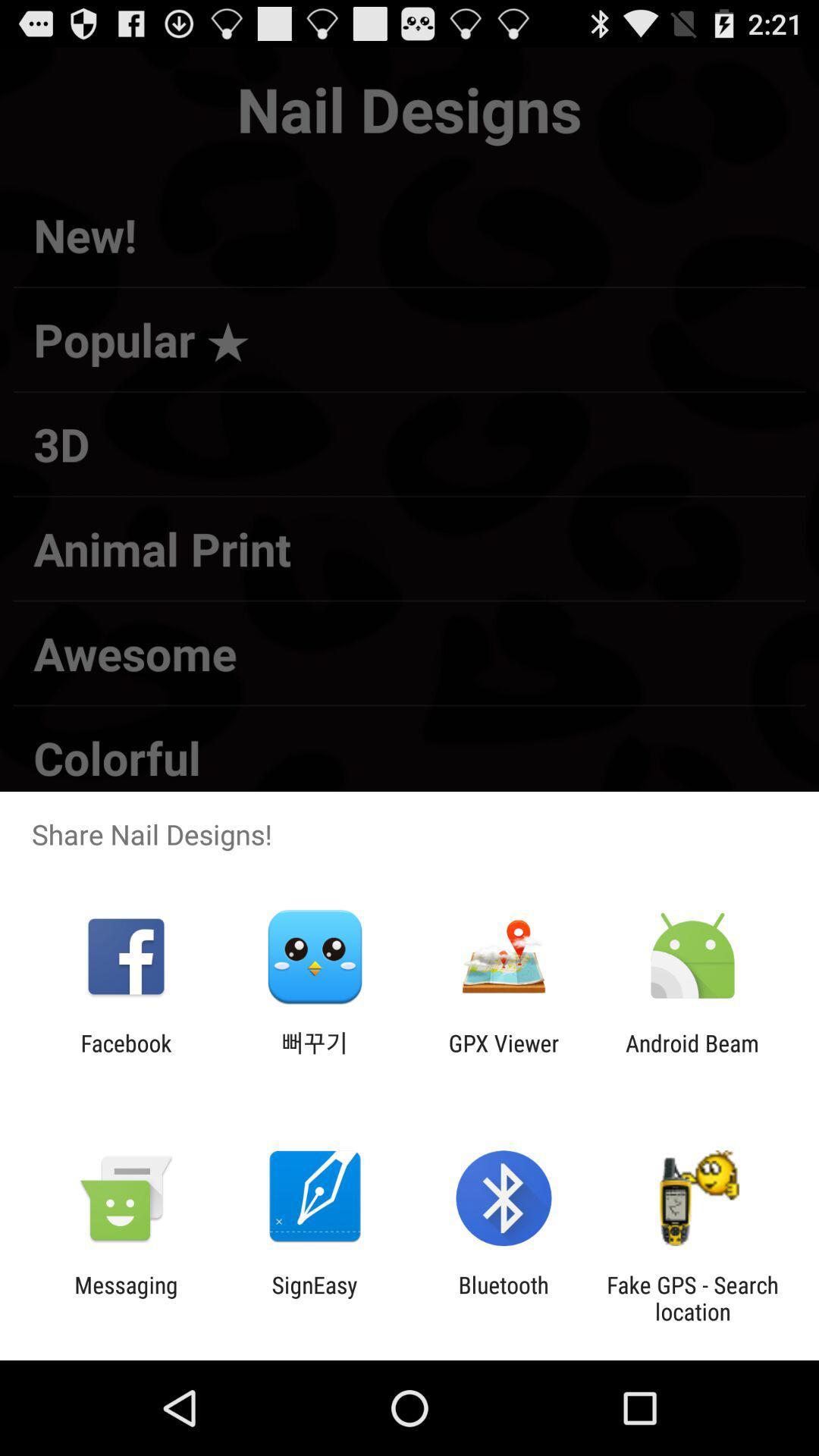 The height and width of the screenshot is (1456, 819). Describe the element at coordinates (504, 1056) in the screenshot. I see `item next to the android beam` at that location.